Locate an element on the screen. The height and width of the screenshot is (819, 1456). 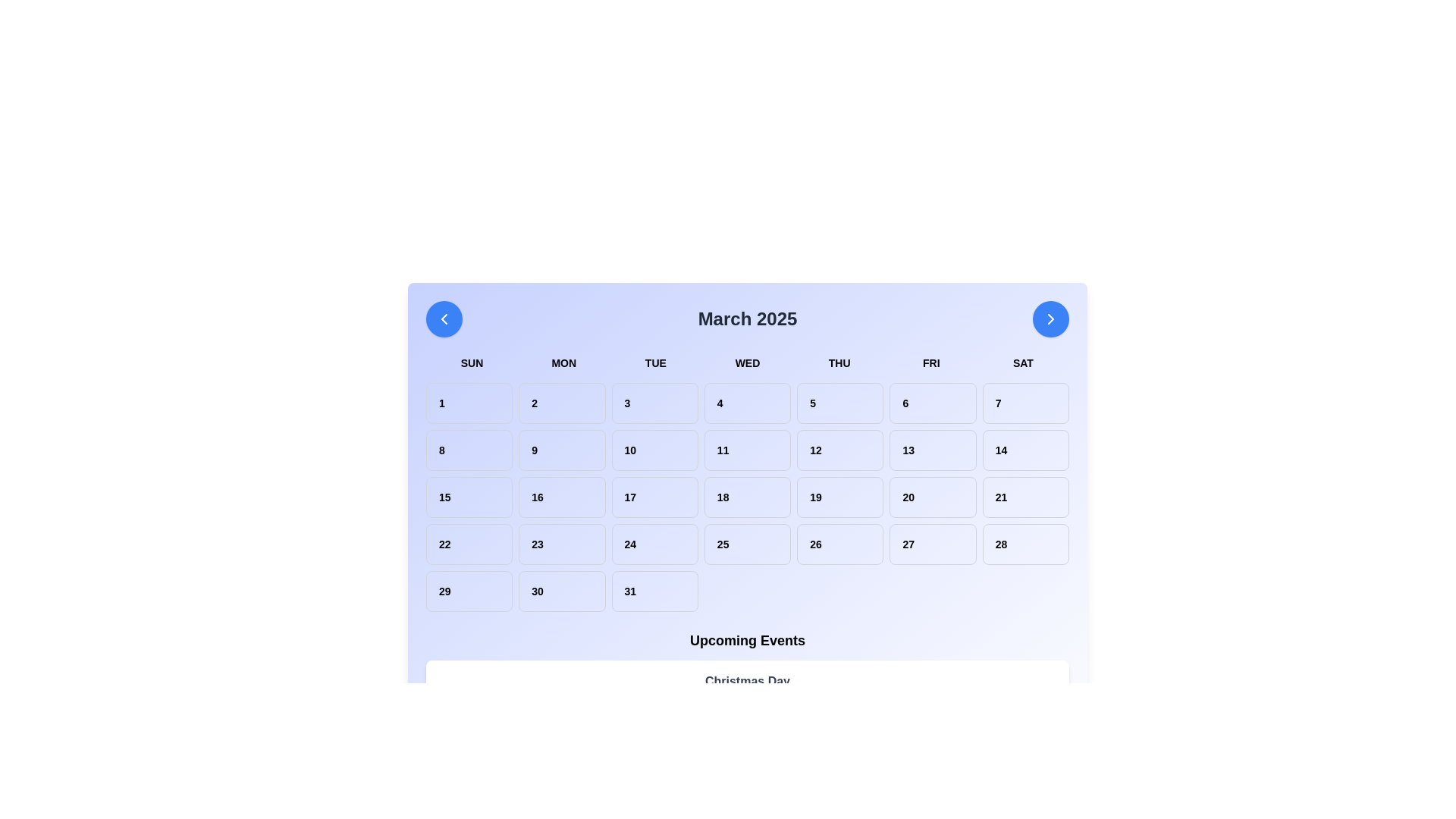
text label displaying 'Mon' which is styled in bold and located at the center of a grid cell in the calendar interface is located at coordinates (563, 362).